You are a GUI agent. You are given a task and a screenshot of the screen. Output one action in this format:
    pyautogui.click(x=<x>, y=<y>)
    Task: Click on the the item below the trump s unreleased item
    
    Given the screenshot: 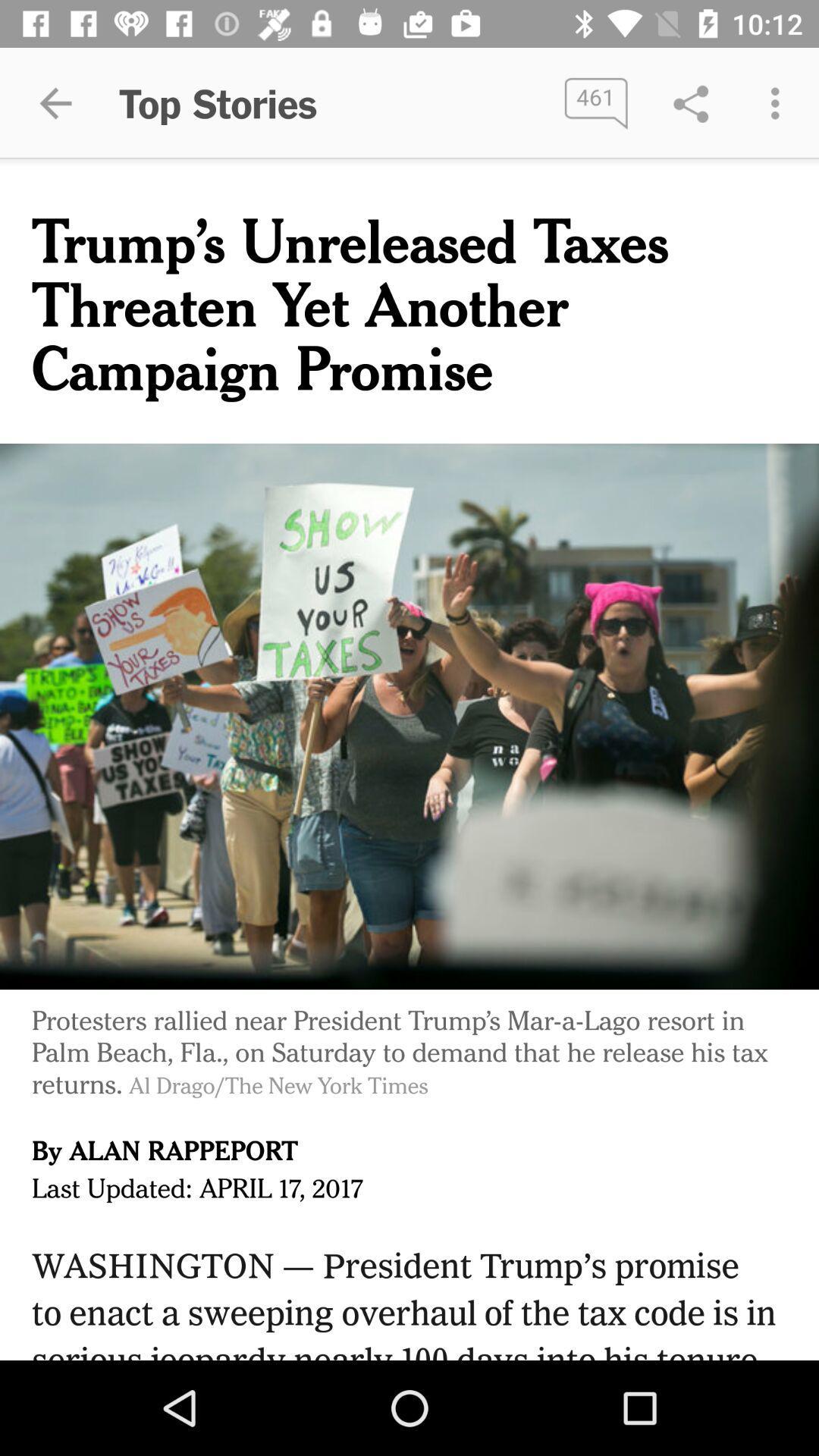 What is the action you would take?
    pyautogui.click(x=409, y=716)
    